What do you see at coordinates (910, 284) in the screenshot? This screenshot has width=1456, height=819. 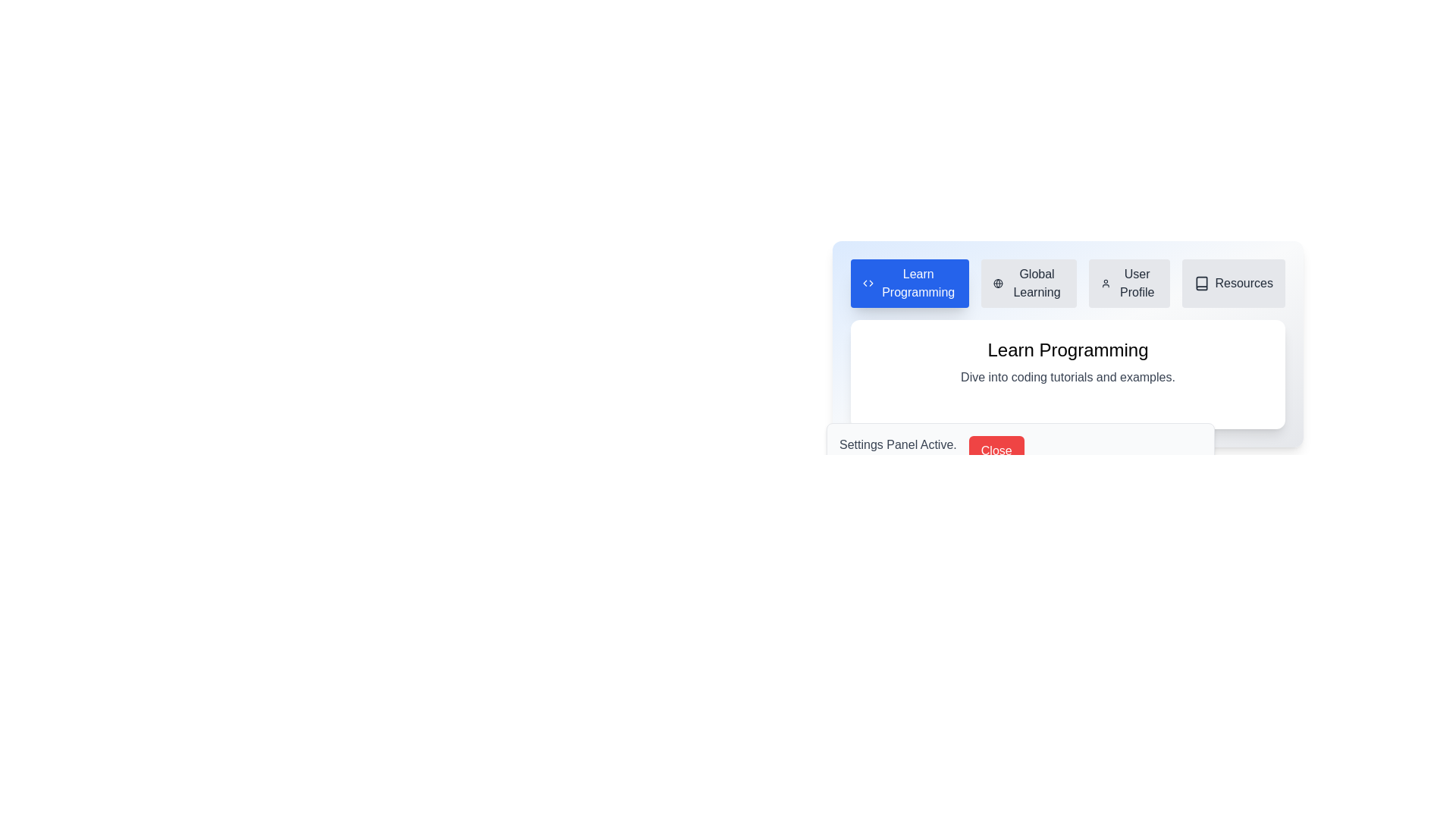 I see `the tab labeled Learn Programming to view its content` at bounding box center [910, 284].